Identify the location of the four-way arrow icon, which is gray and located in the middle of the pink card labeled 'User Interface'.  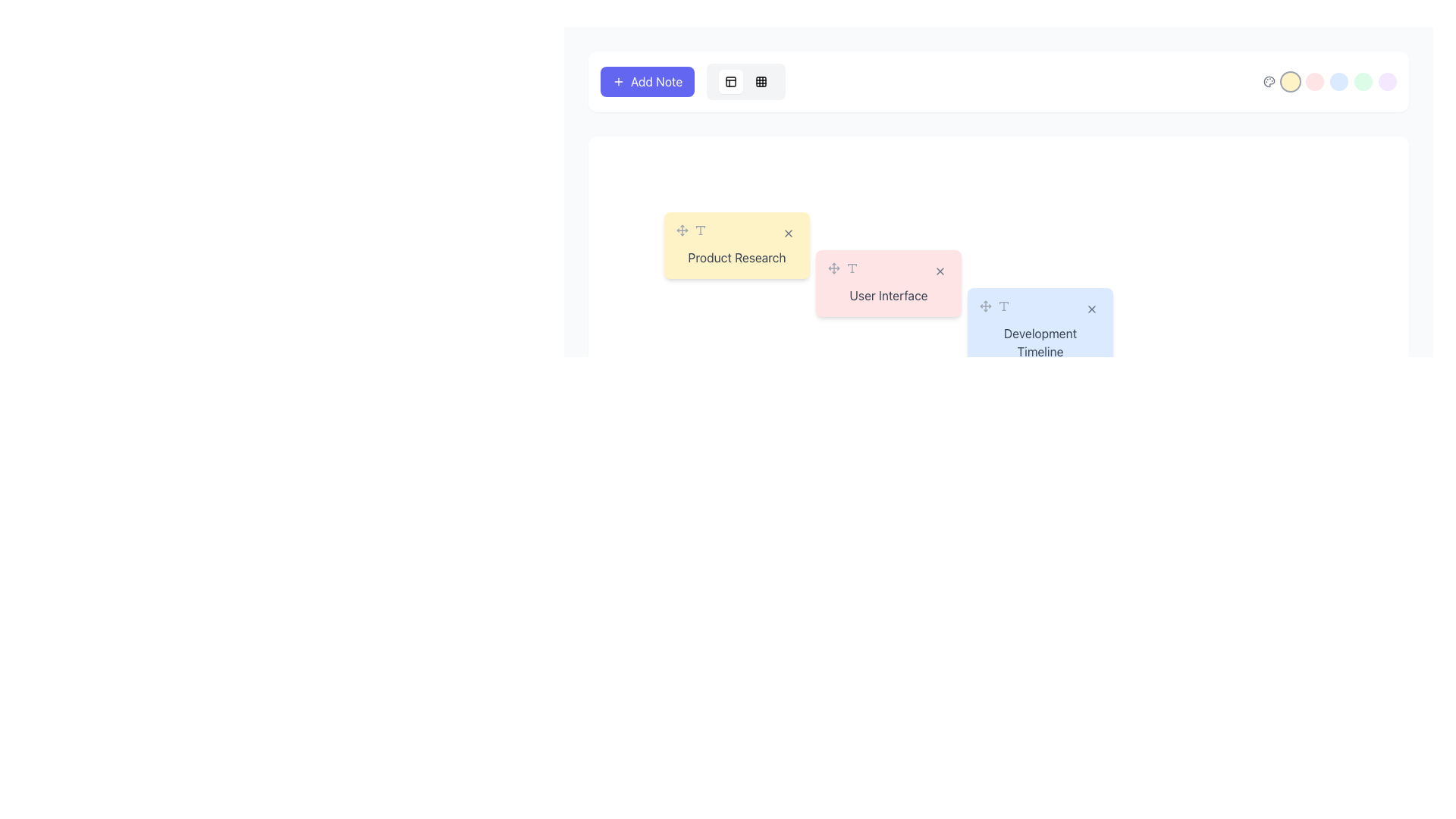
(833, 268).